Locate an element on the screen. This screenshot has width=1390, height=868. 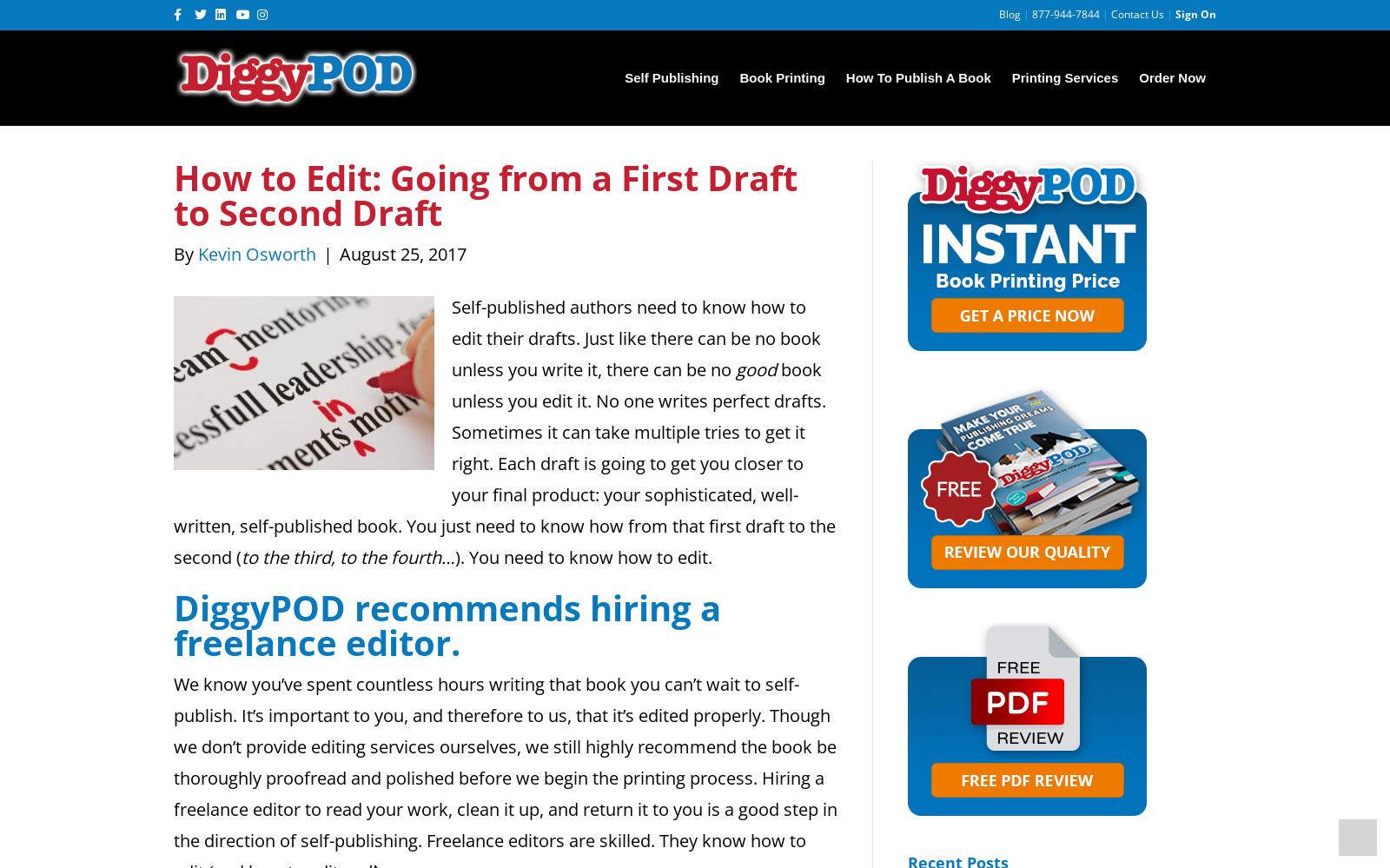
'How to Edit: Going from a First Draft to Second Draft' is located at coordinates (485, 195).